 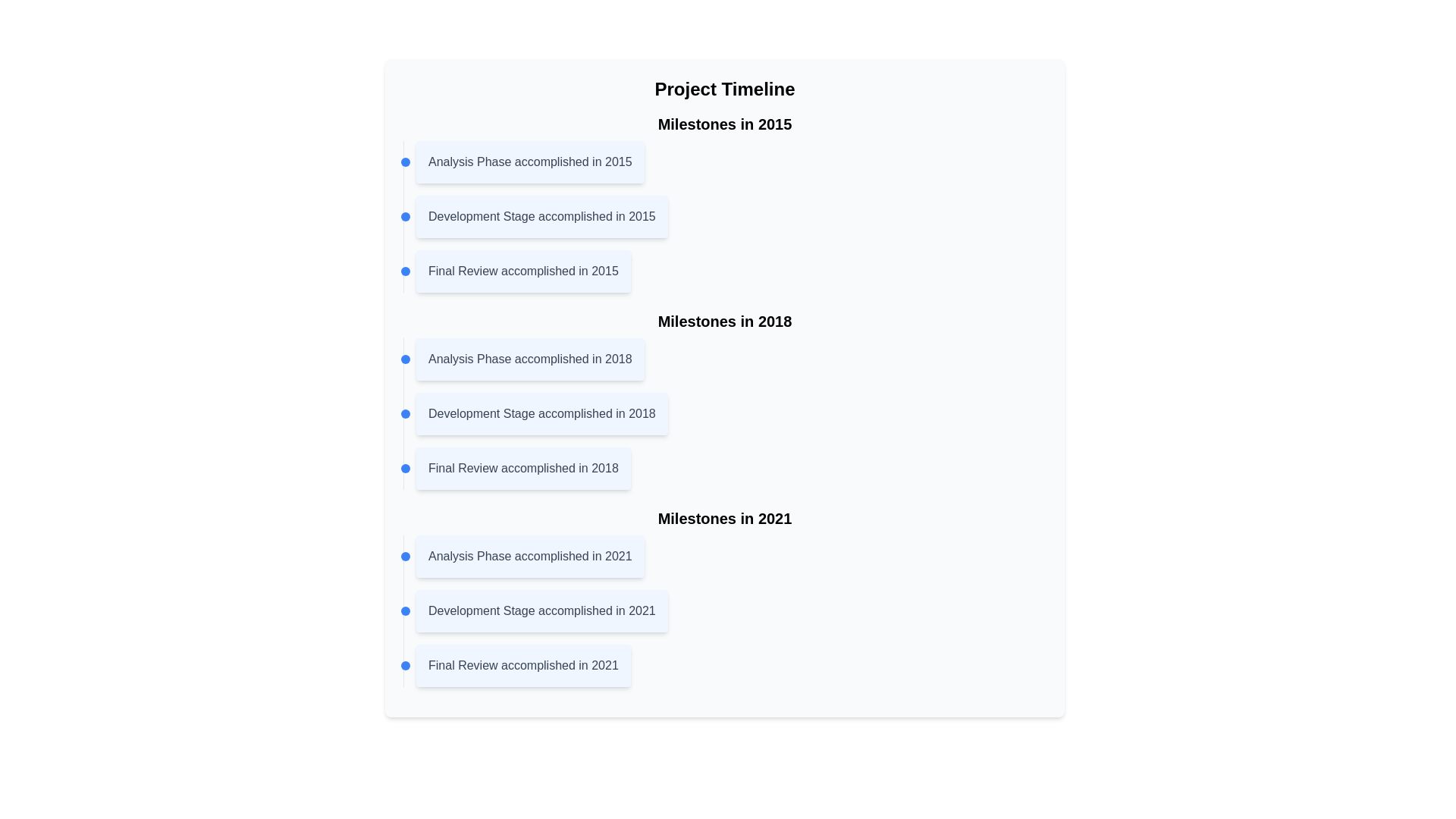 I want to click on the visual indicator circle that marks the milestone for 'Final Review accomplished in 2015' on the vertical timeline, so click(x=405, y=271).